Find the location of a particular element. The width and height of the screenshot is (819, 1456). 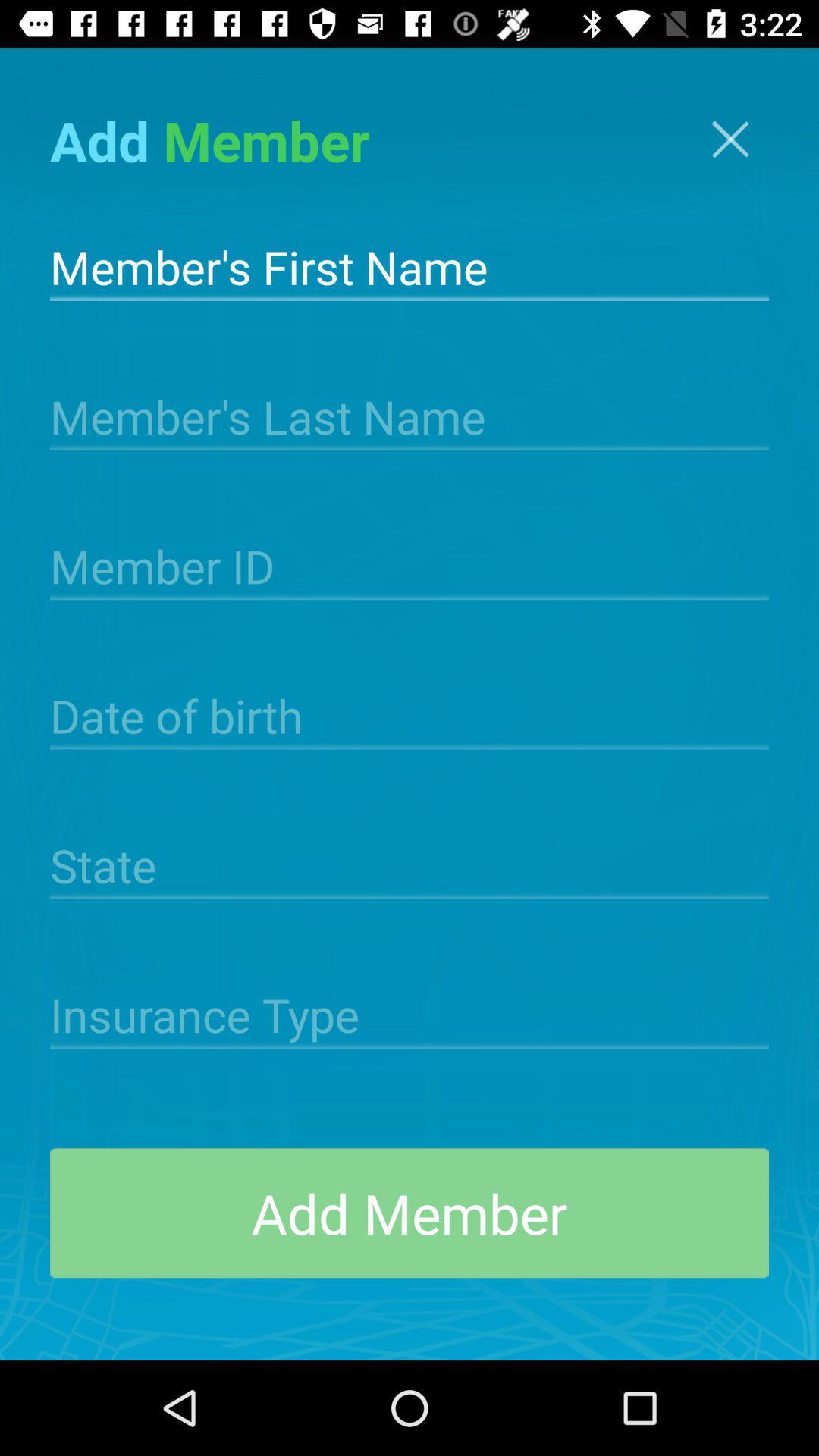

screen/cancel button is located at coordinates (730, 139).